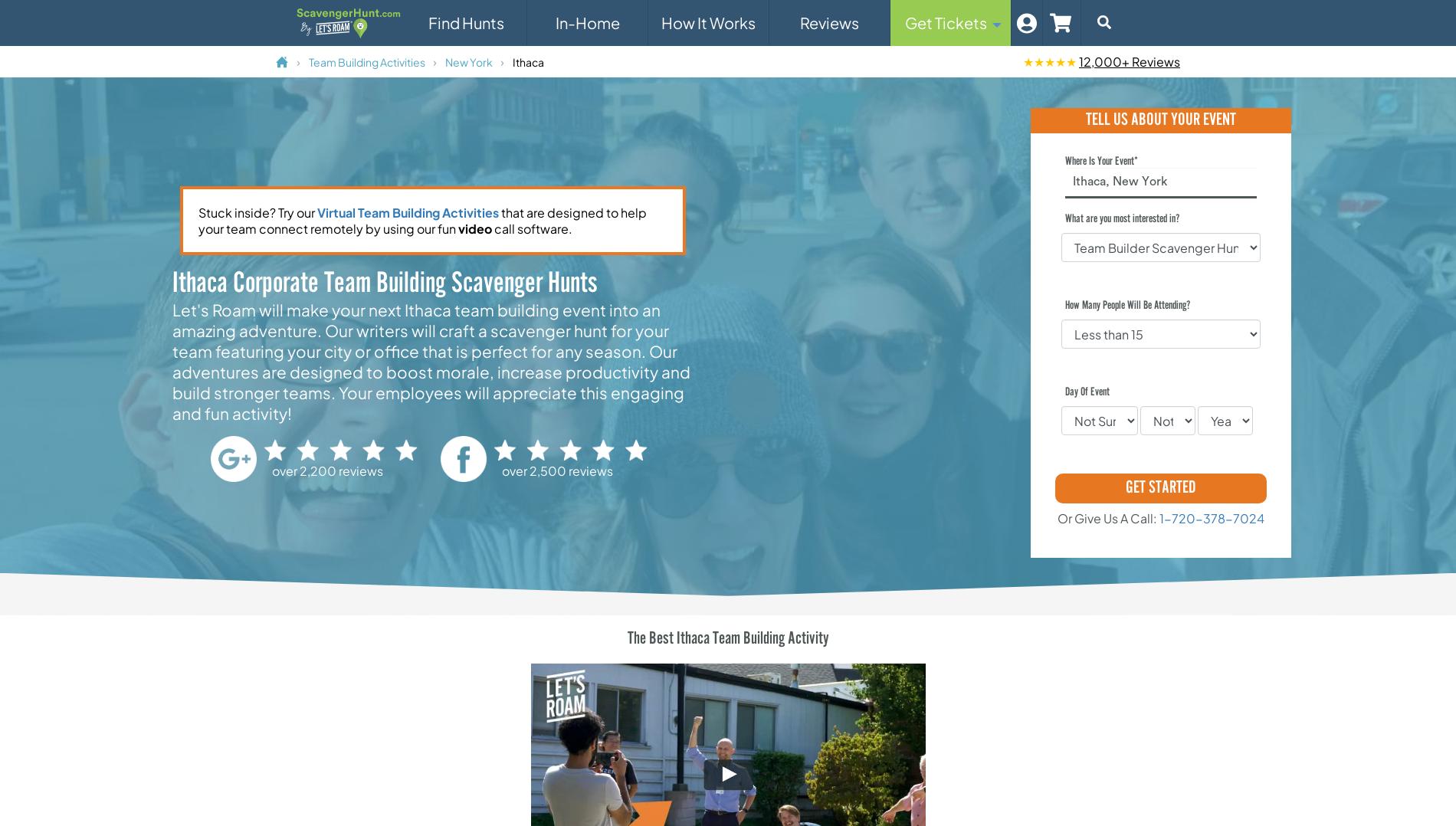 Image resolution: width=1456 pixels, height=826 pixels. I want to click on 'over 2,200 reviews', so click(271, 470).